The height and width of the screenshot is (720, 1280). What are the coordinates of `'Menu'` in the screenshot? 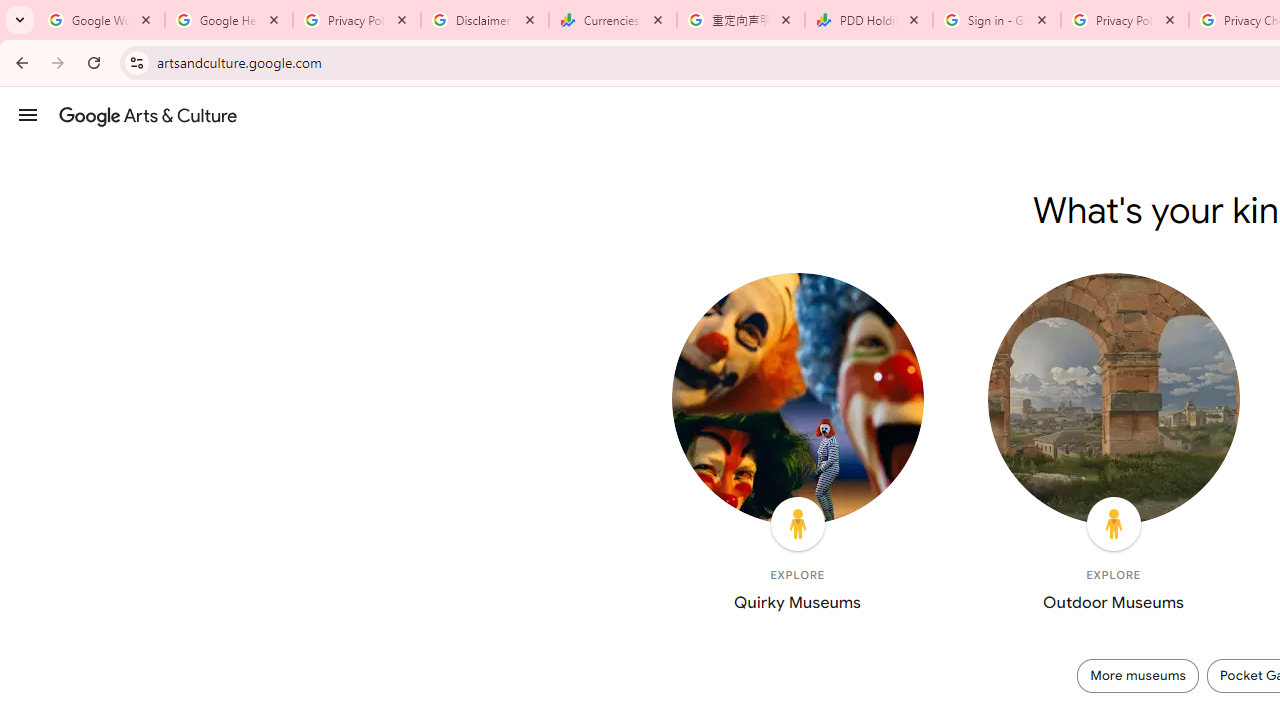 It's located at (28, 114).